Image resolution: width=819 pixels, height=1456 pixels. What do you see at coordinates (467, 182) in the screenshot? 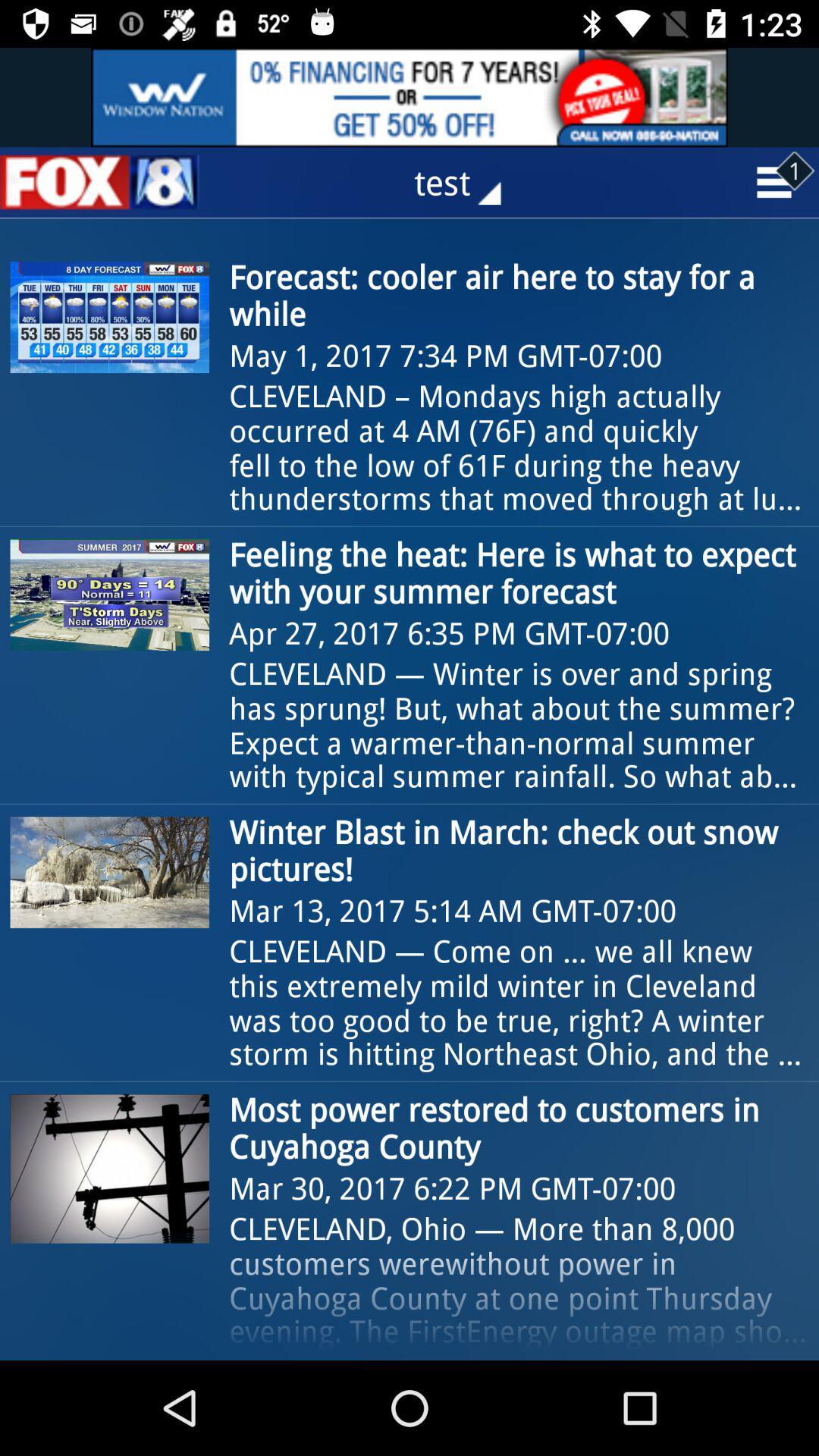
I see `test` at bounding box center [467, 182].